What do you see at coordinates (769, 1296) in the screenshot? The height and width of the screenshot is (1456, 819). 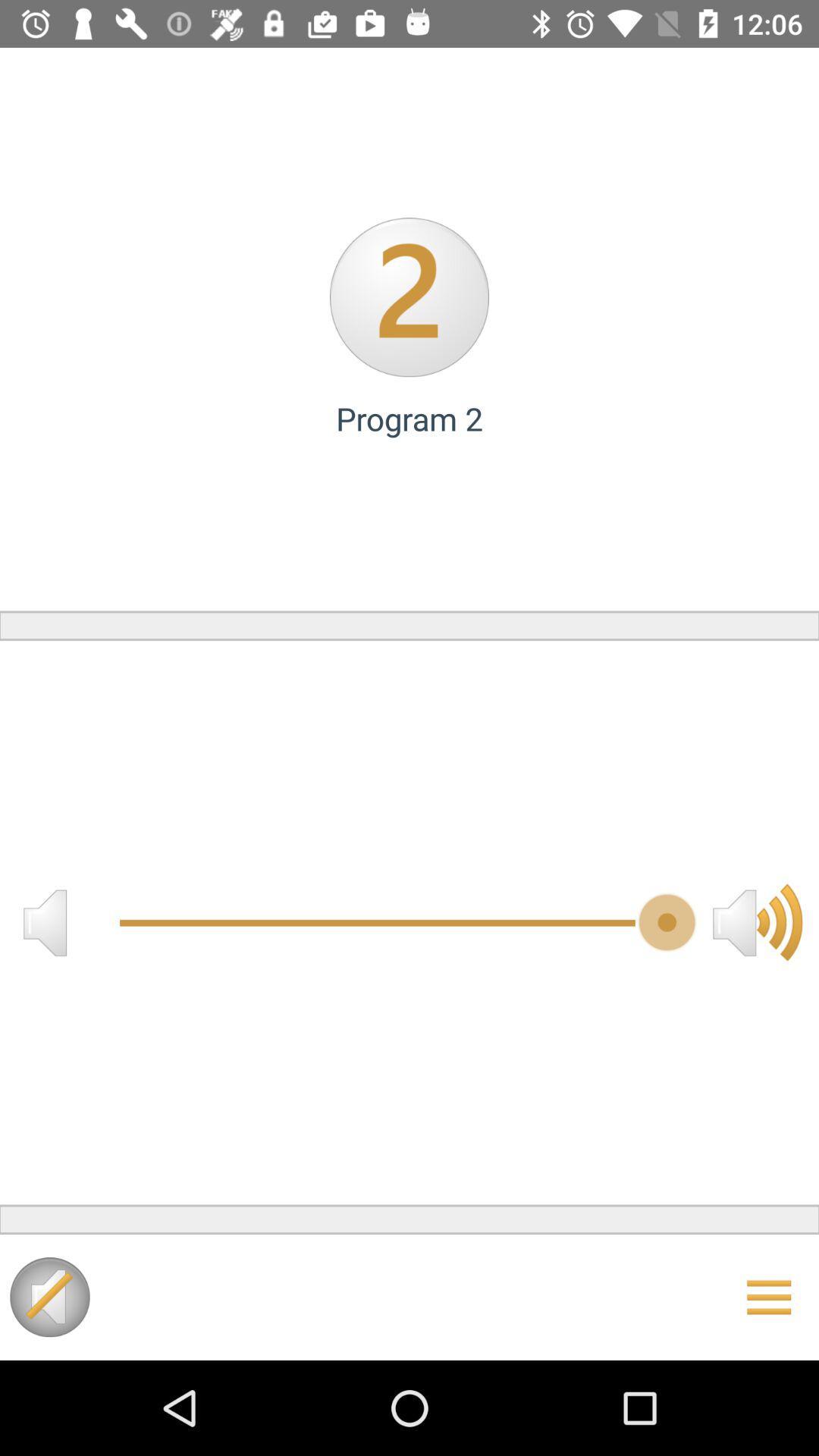 I see `the menu icon` at bounding box center [769, 1296].